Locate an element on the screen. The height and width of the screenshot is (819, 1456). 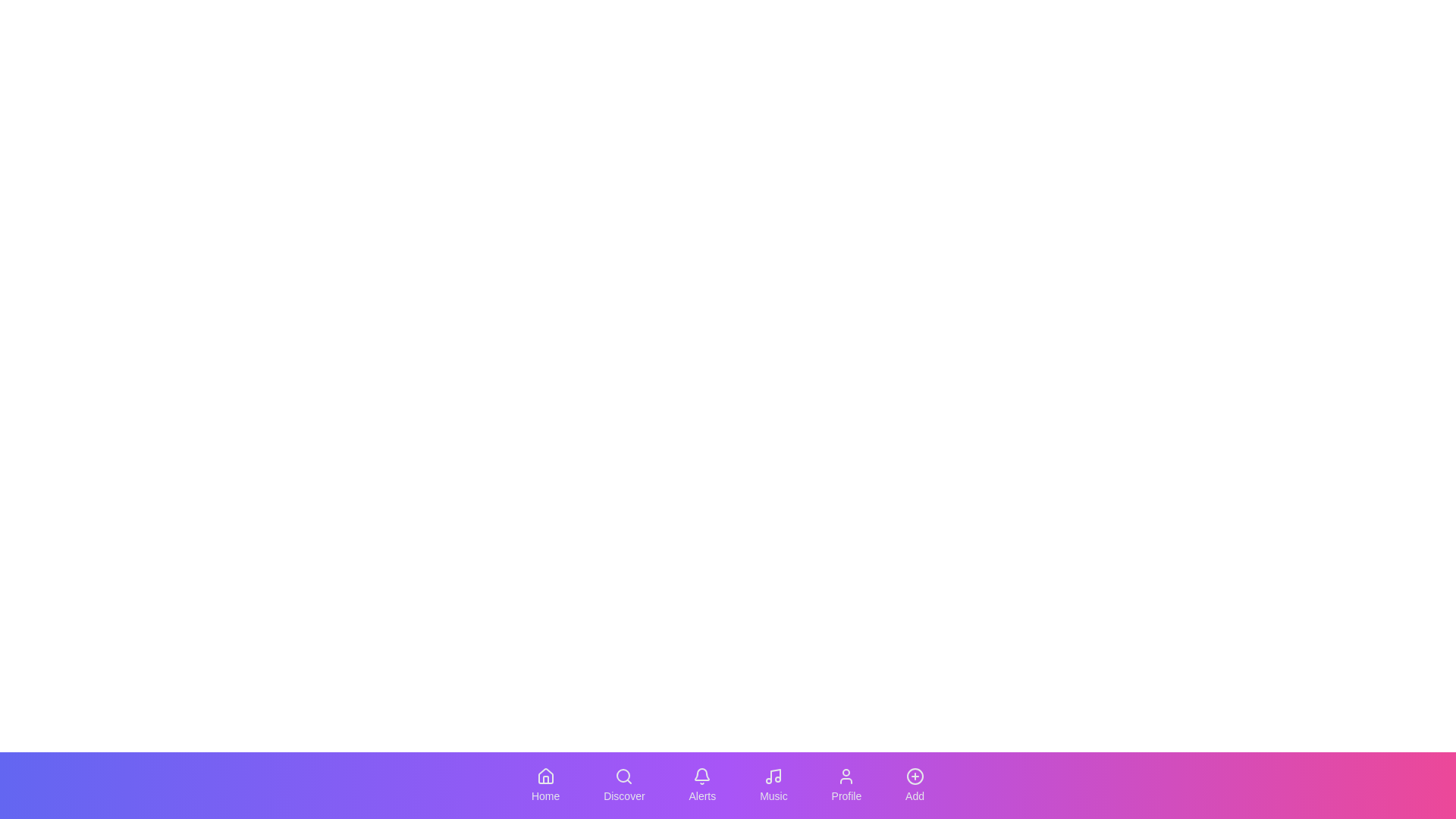
the navigation icon labeled Add is located at coordinates (914, 785).